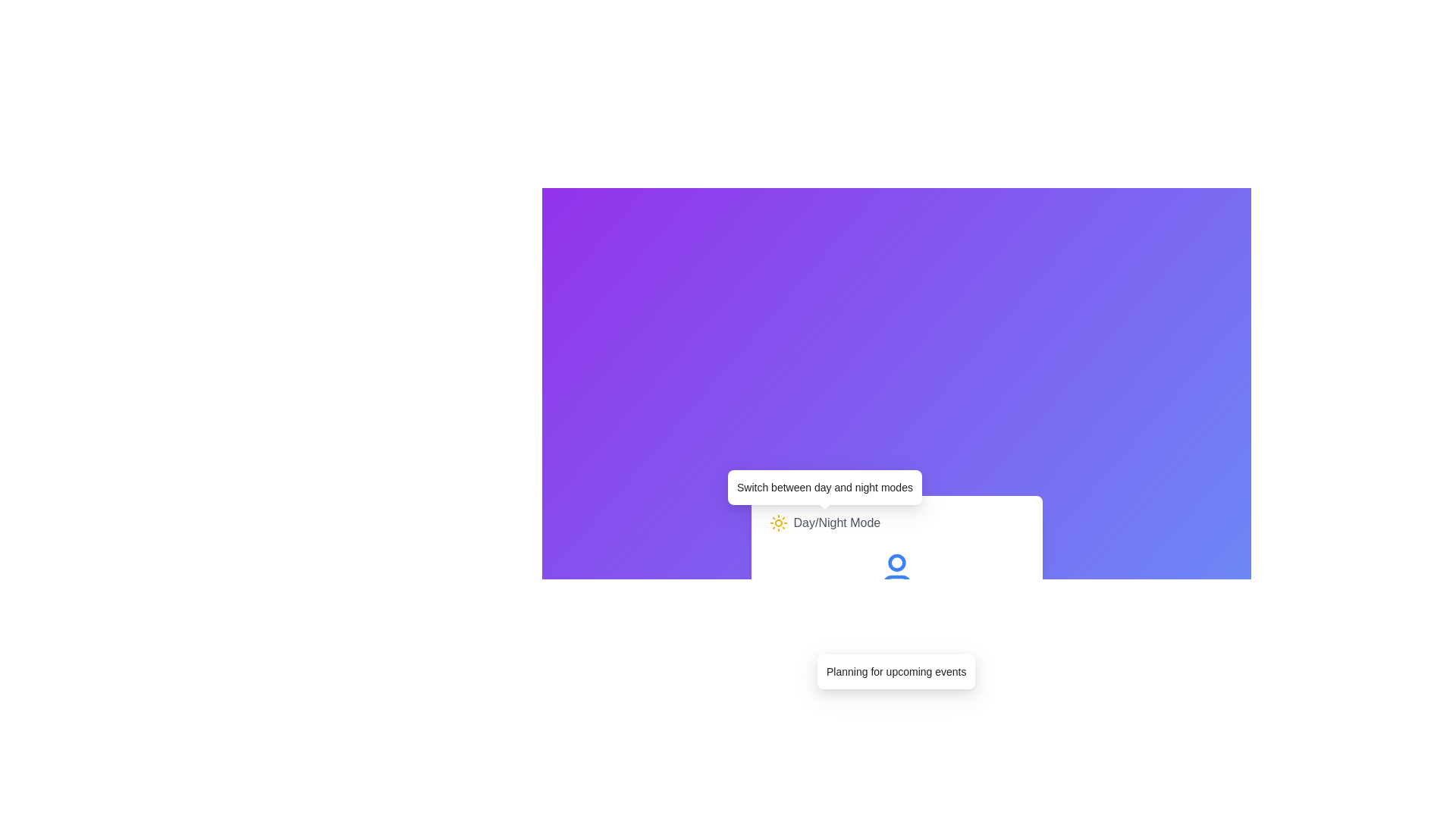  I want to click on the user profile icon, which is part of an SVG graphic and located below the circular head representation, so click(896, 581).